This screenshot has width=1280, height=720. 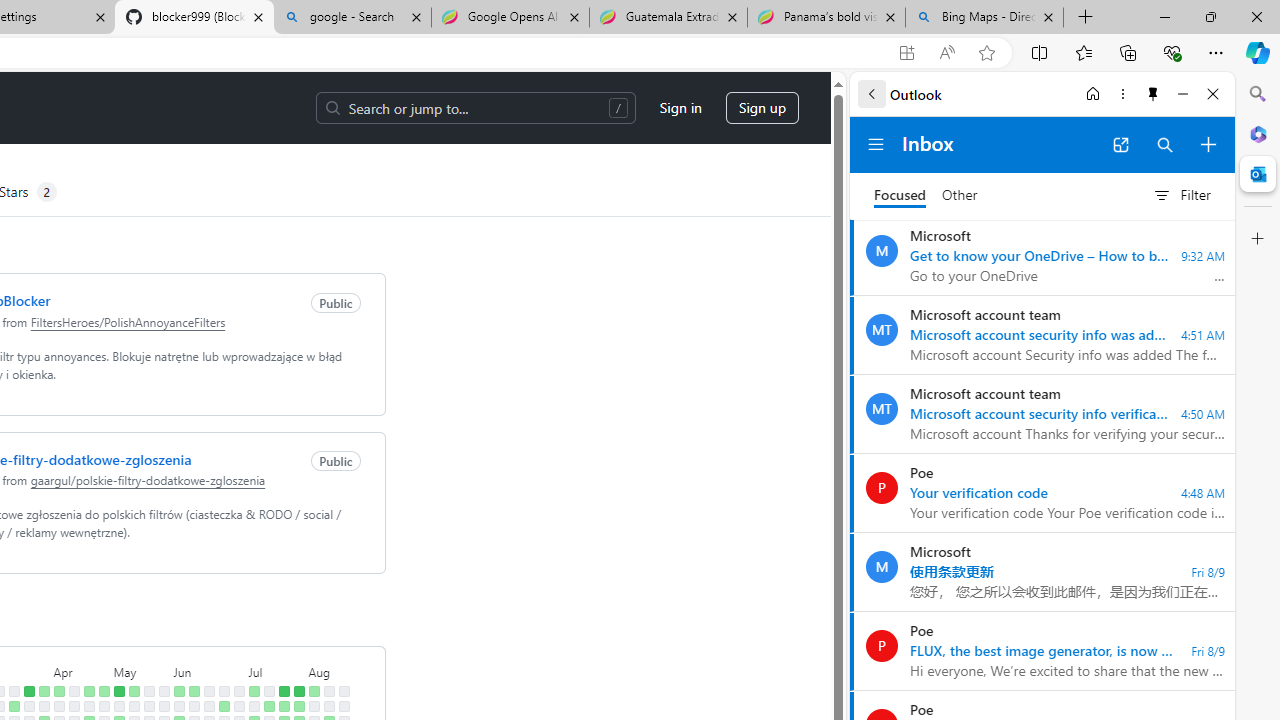 What do you see at coordinates (28, 705) in the screenshot?
I see `'No contributions on March 25th.'` at bounding box center [28, 705].